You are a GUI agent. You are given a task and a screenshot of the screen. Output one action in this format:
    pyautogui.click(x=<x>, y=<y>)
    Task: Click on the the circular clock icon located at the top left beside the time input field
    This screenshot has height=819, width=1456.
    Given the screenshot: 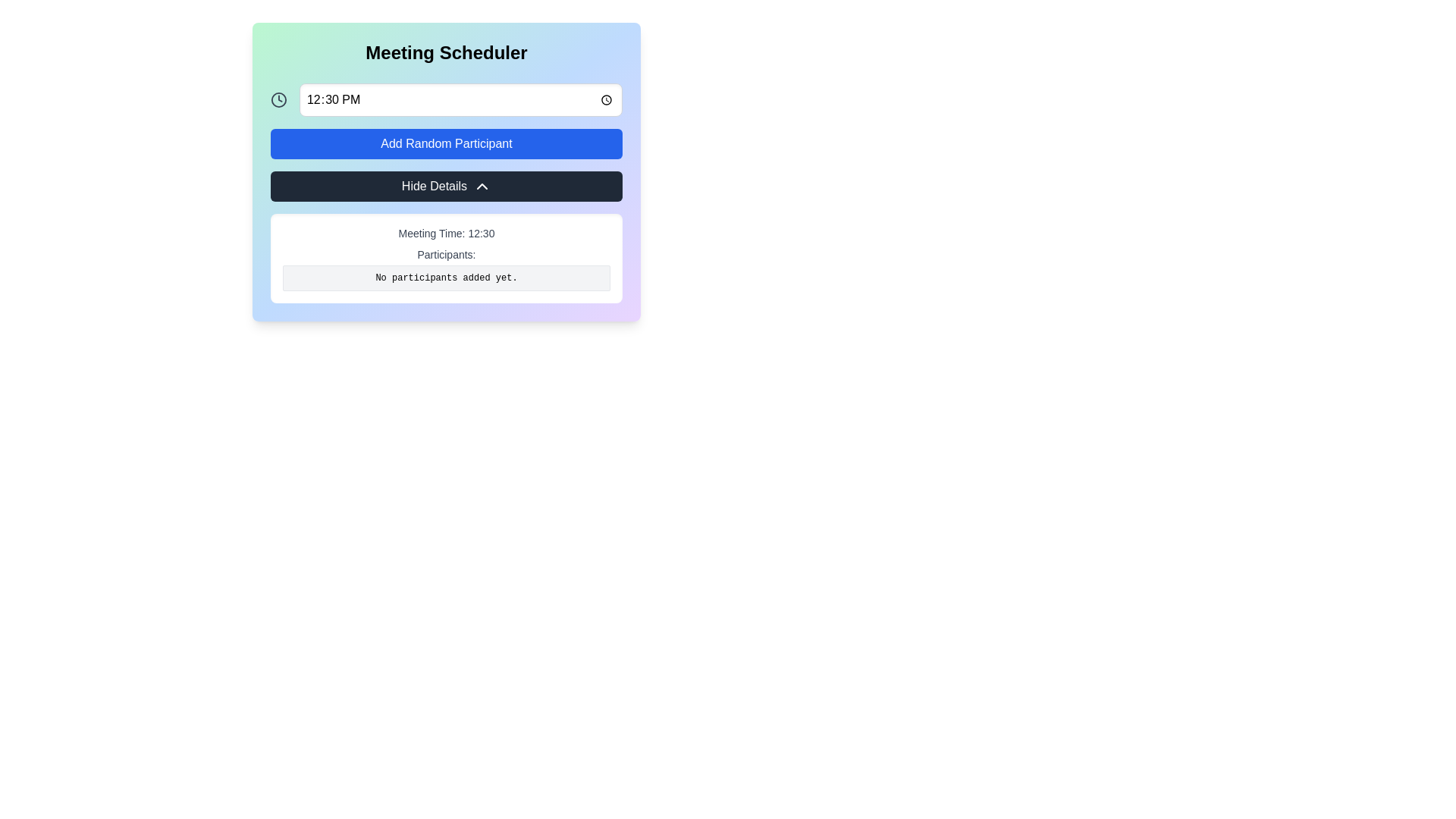 What is the action you would take?
    pyautogui.click(x=279, y=99)
    